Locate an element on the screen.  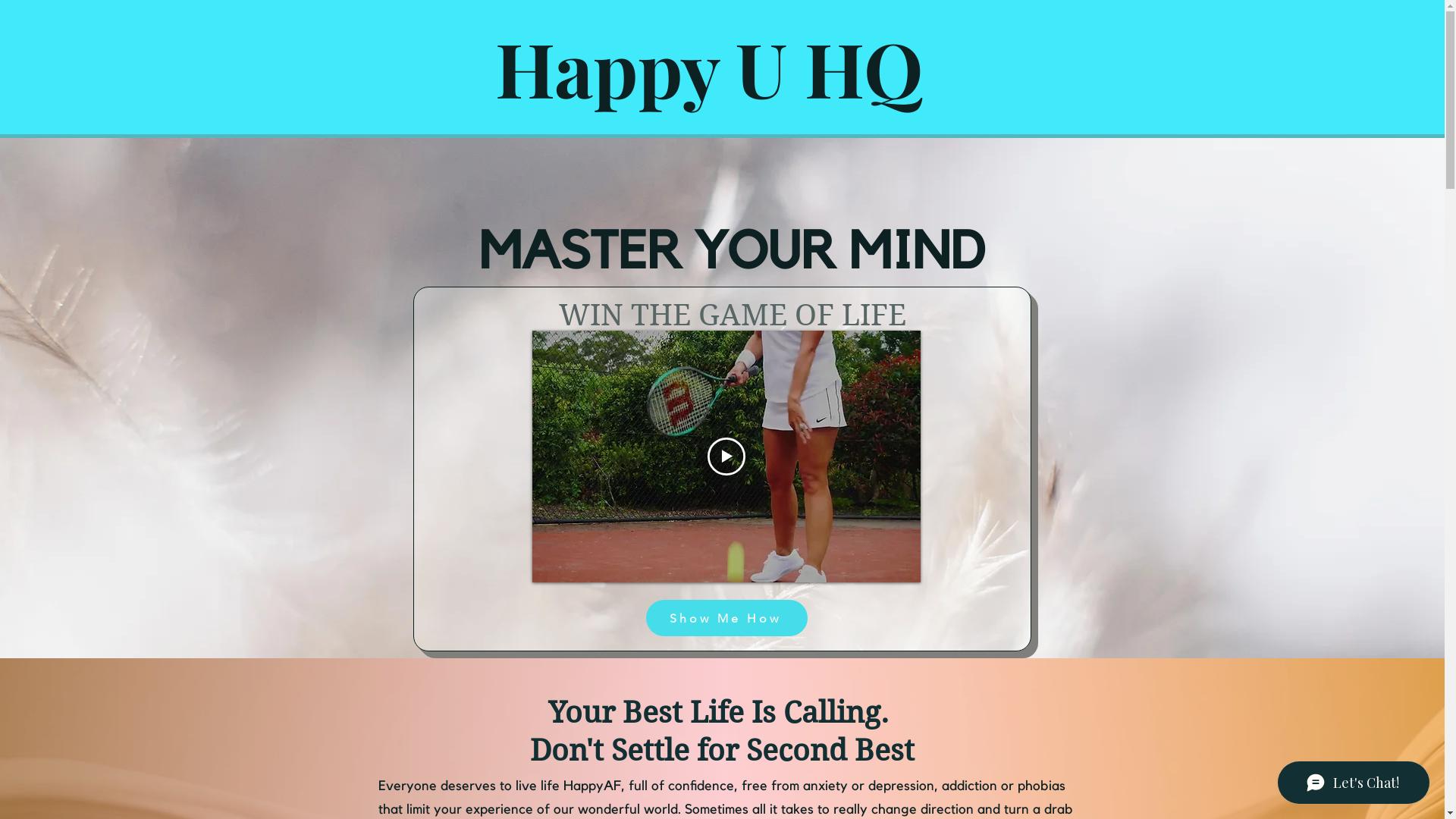
'Show Me How' is located at coordinates (645, 617).